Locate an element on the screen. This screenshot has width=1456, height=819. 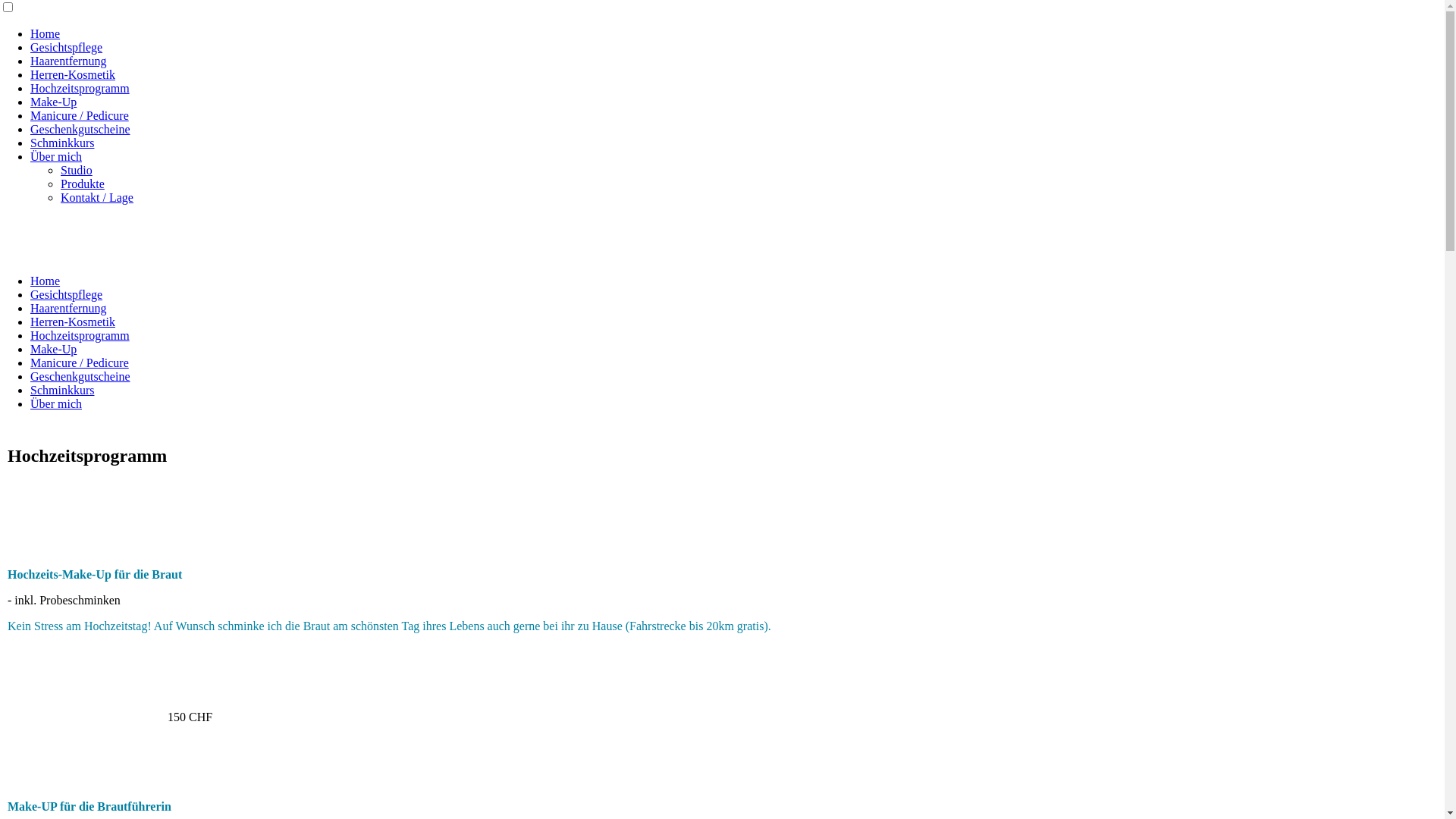
'Gesichtspflege' is located at coordinates (30, 46).